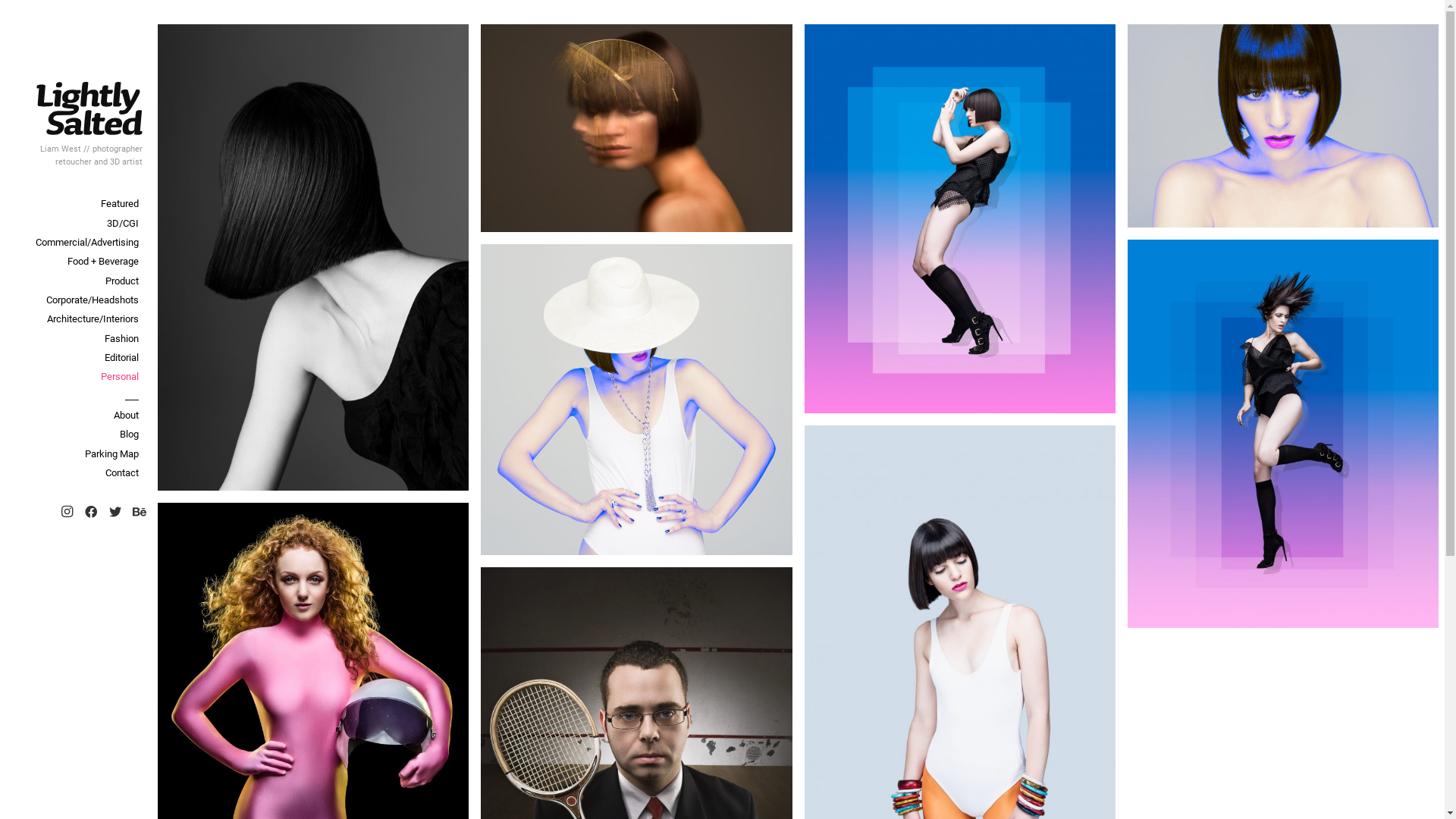  Describe the element at coordinates (102, 512) in the screenshot. I see `'Twitter'` at that location.